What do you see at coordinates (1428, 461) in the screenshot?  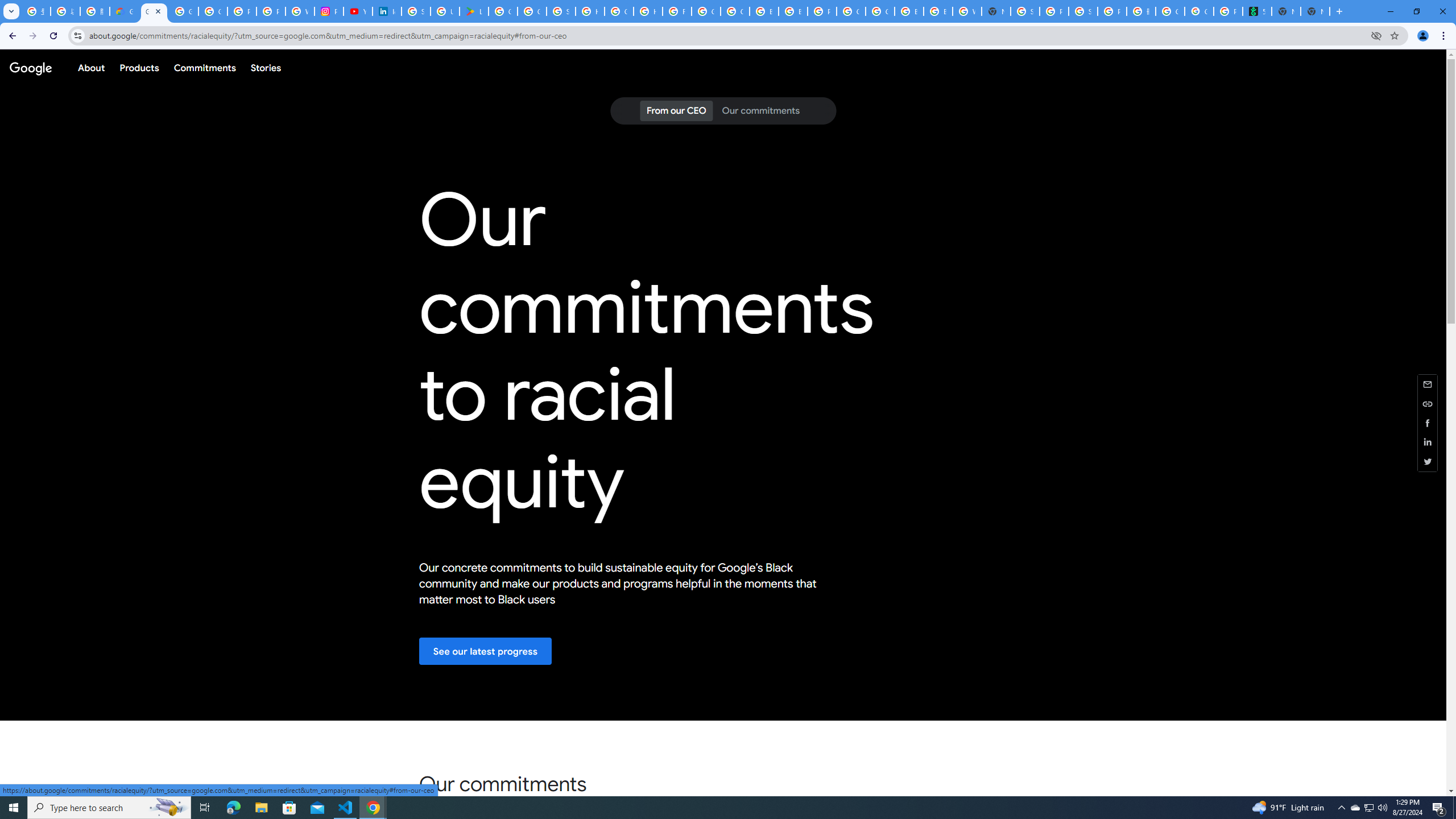 I see `'Share this page (Twitter)'` at bounding box center [1428, 461].